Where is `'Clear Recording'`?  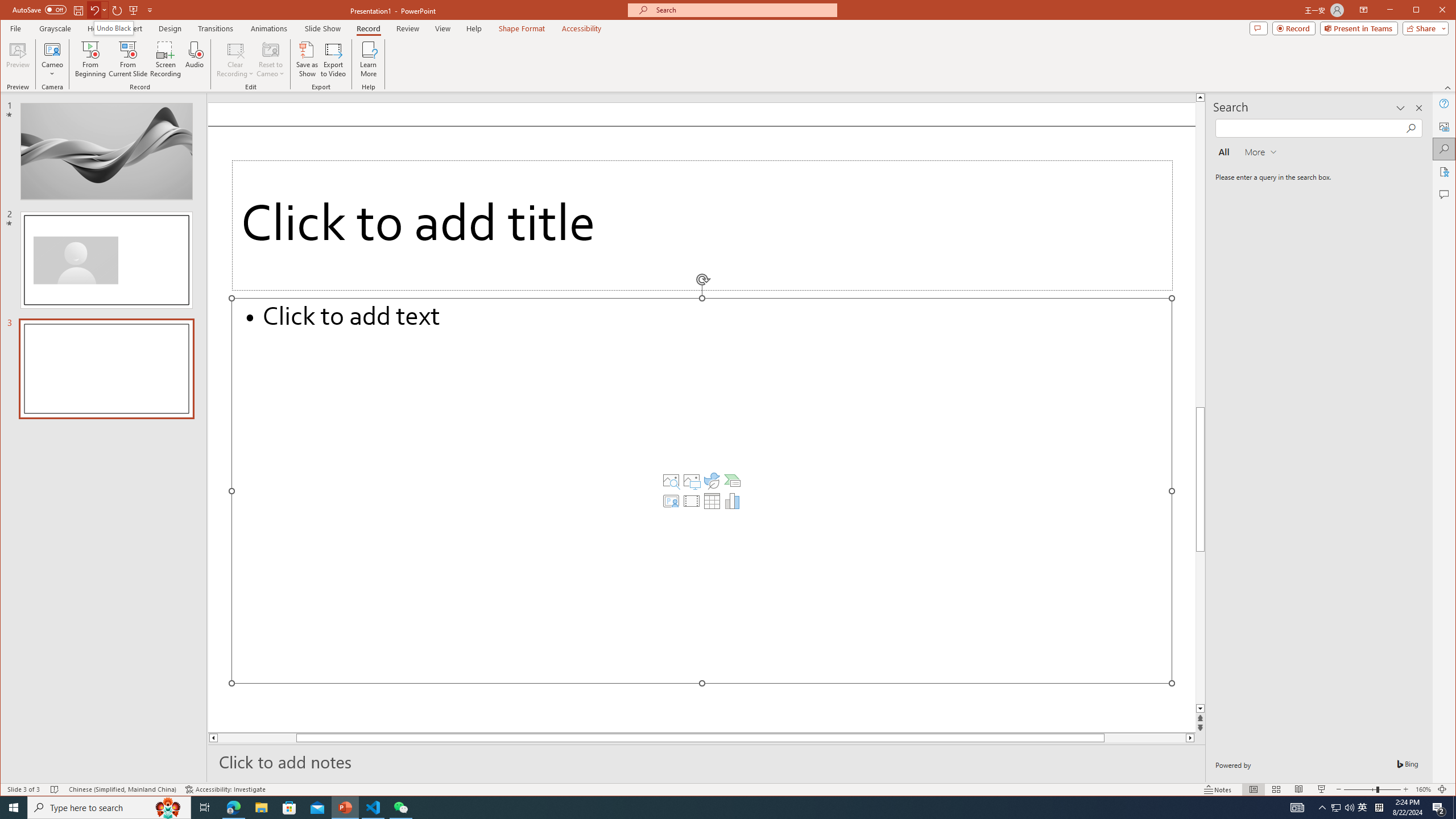 'Clear Recording' is located at coordinates (234, 59).